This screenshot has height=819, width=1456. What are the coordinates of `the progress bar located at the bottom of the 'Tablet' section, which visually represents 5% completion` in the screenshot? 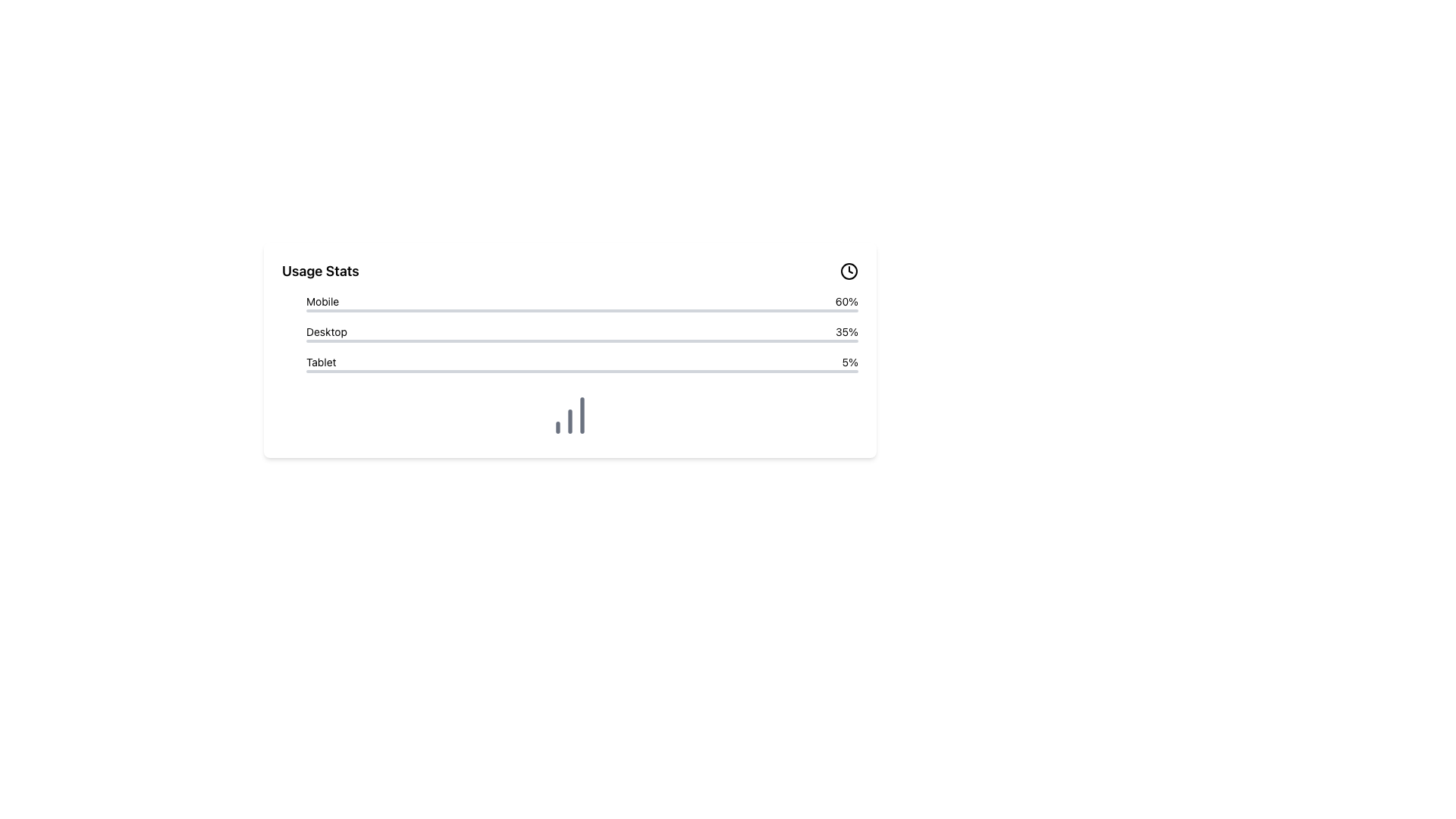 It's located at (582, 371).